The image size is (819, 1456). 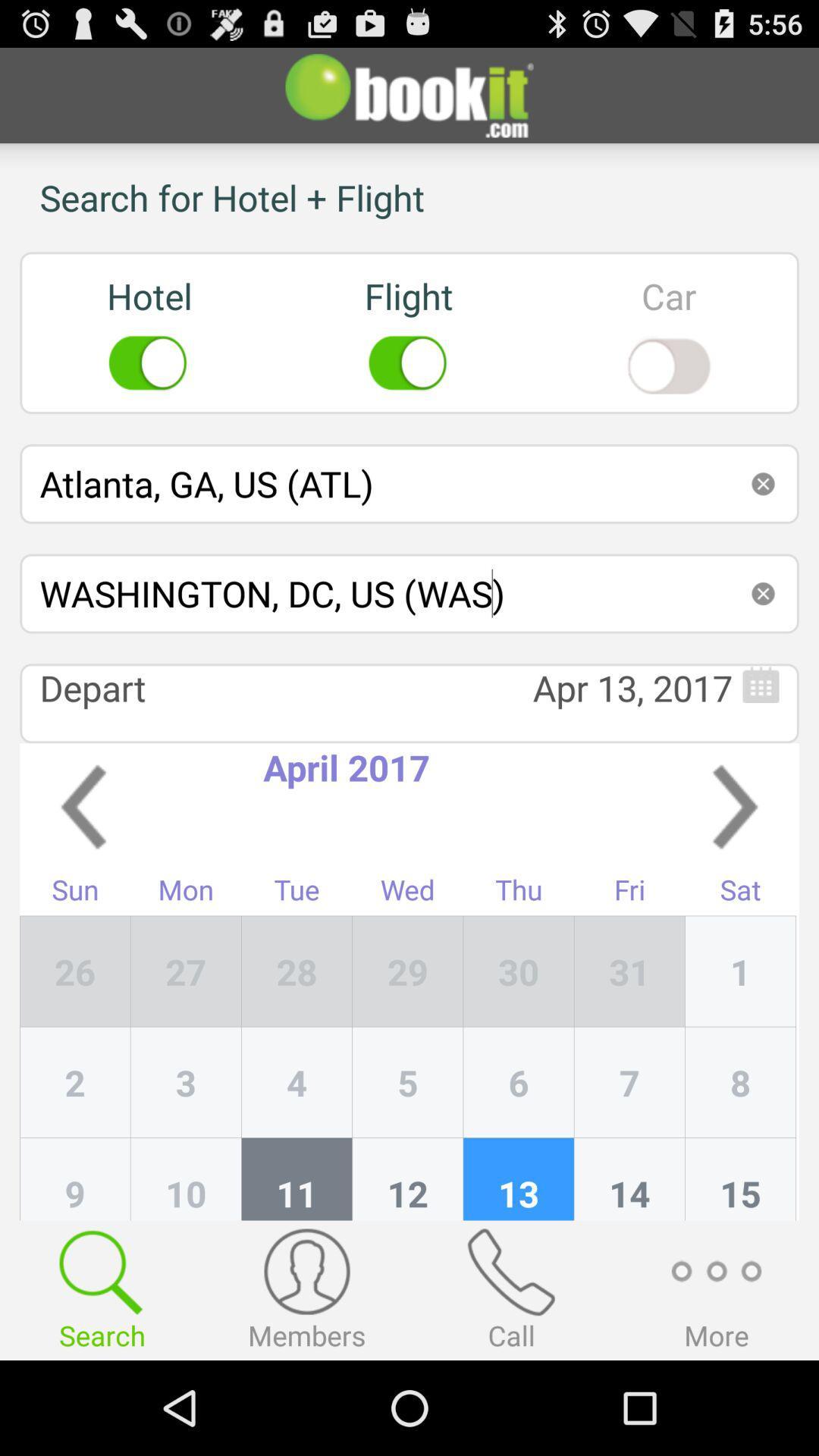 I want to click on sat icon, so click(x=739, y=893).